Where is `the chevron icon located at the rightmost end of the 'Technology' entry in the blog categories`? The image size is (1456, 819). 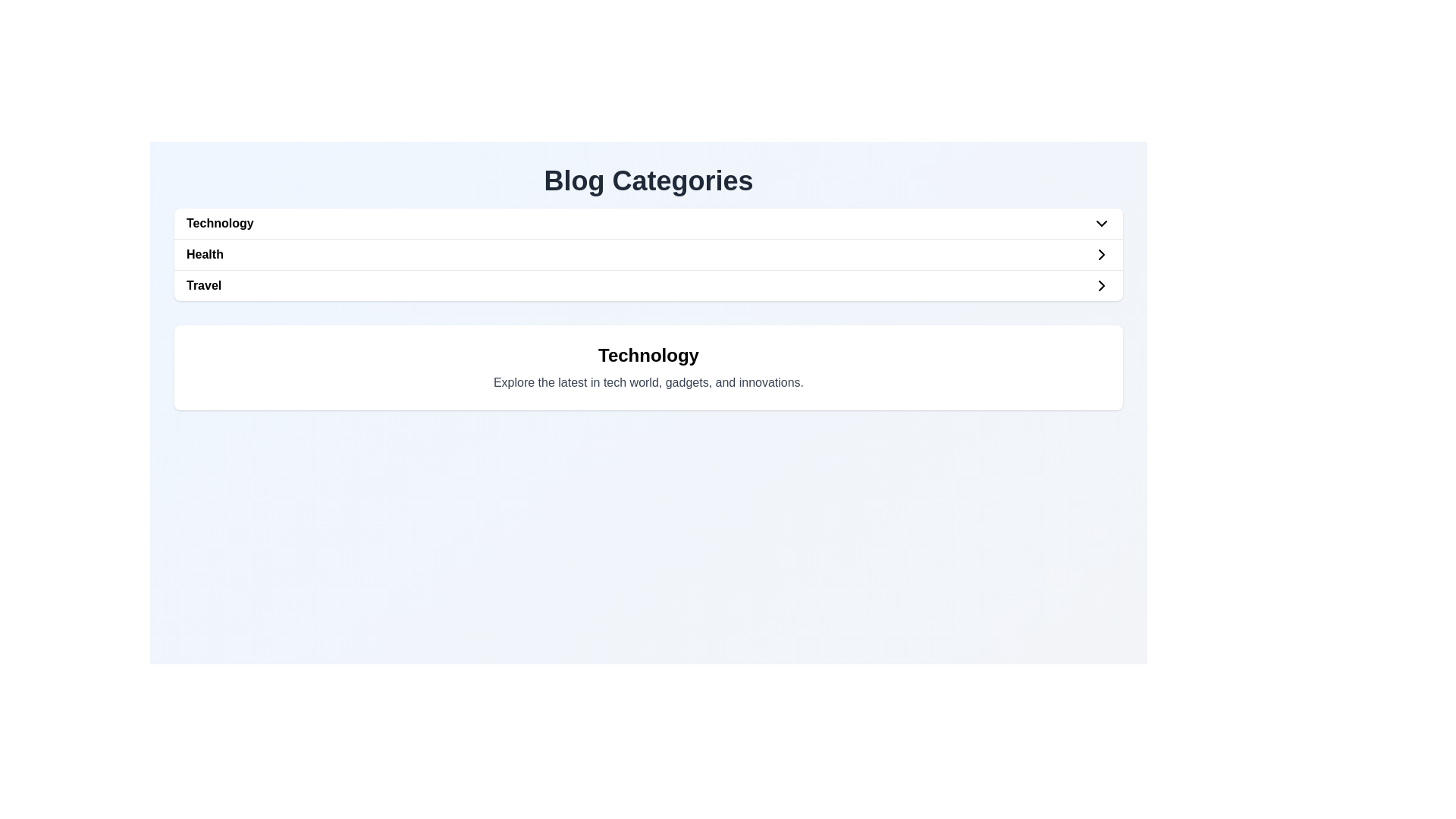 the chevron icon located at the rightmost end of the 'Technology' entry in the blog categories is located at coordinates (1102, 223).